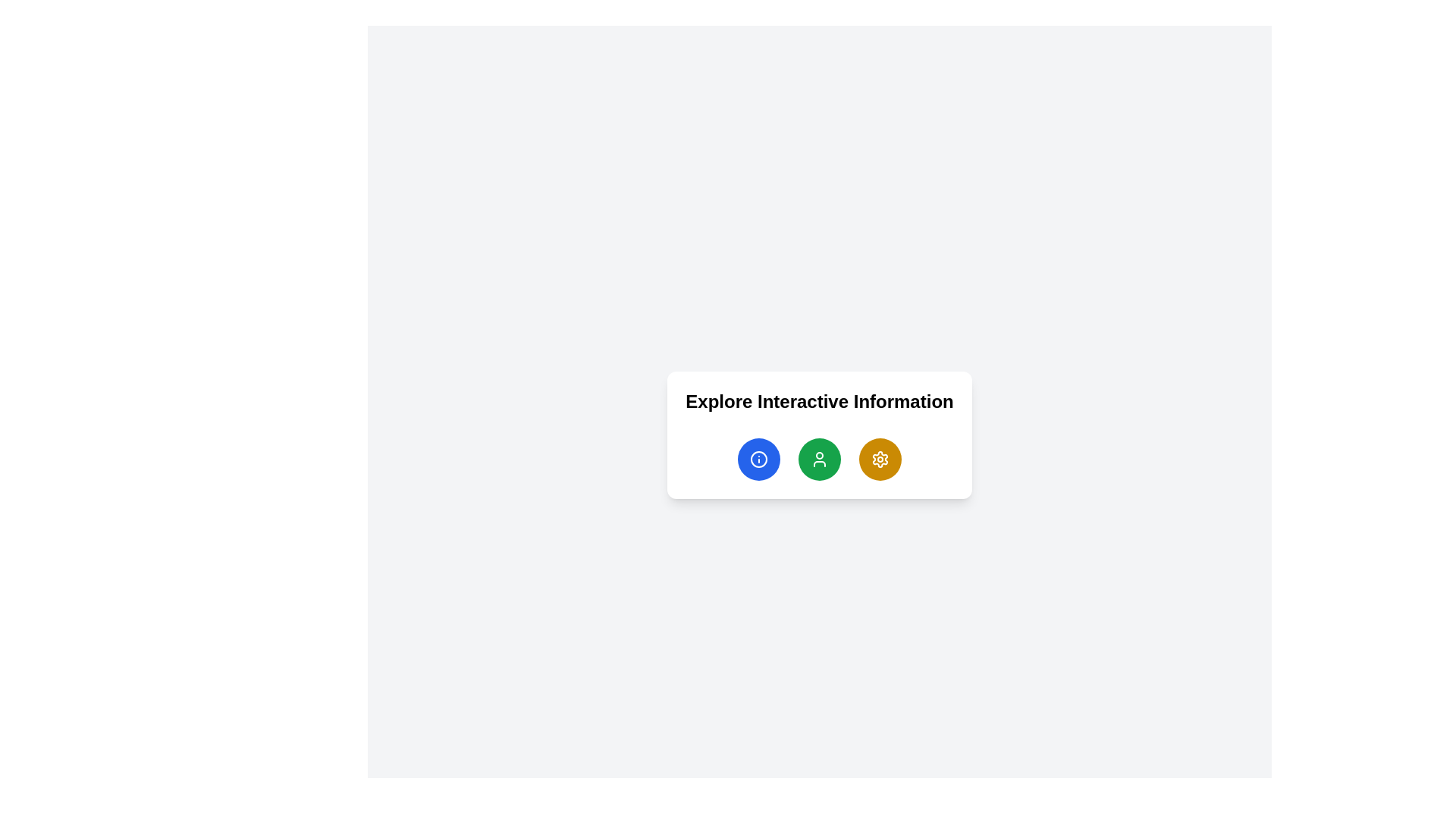  Describe the element at coordinates (758, 458) in the screenshot. I see `the left-most circular icon in the set of three icons positioned below the text 'Explore Interactive Information'` at that location.